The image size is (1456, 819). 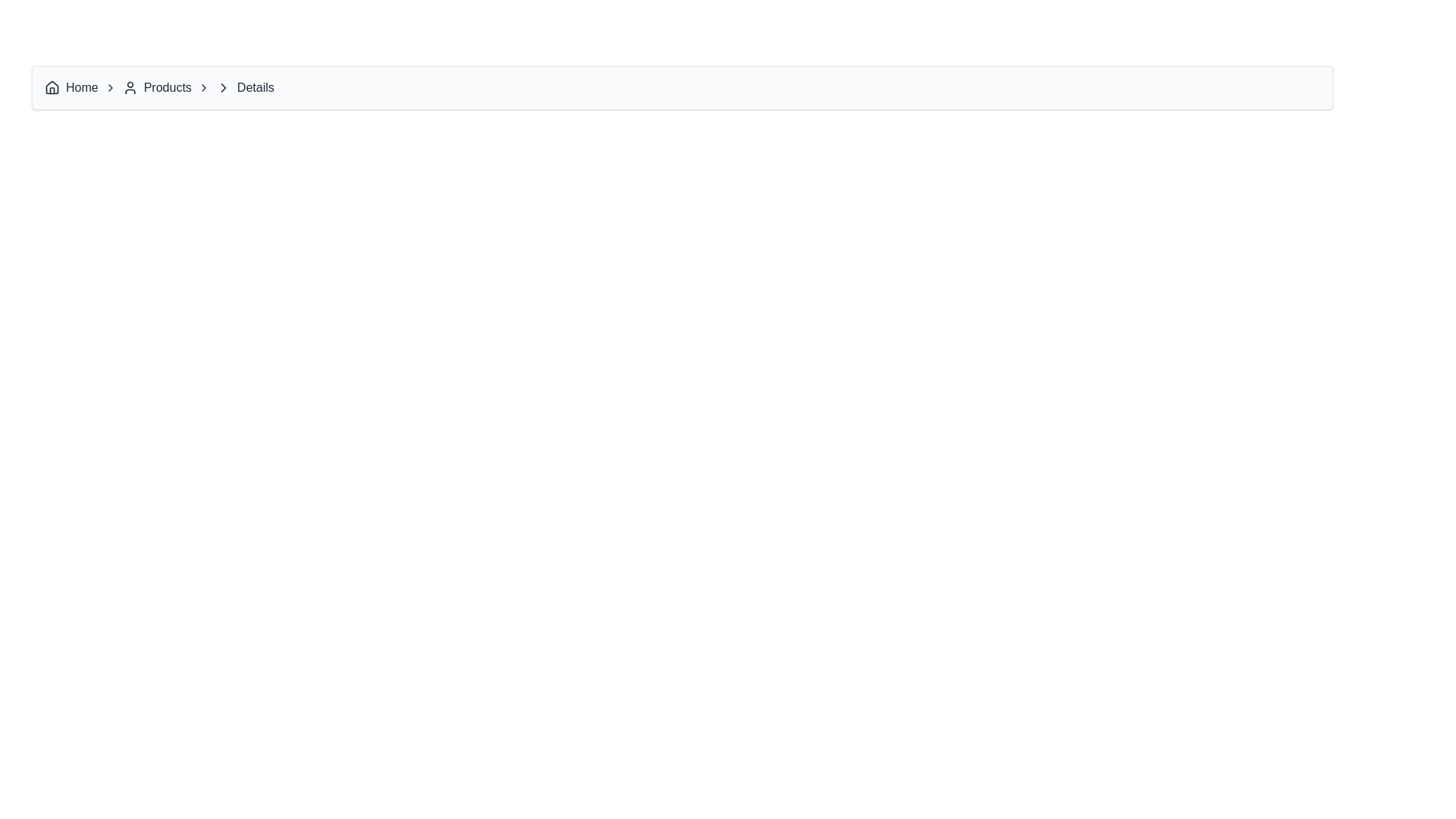 What do you see at coordinates (109, 87) in the screenshot?
I see `the icon that serves as a visual separator and directional indicator within the breadcrumb navigation, positioned in the top-left section of the interface, between the 'Home' and 'Products' text labels` at bounding box center [109, 87].